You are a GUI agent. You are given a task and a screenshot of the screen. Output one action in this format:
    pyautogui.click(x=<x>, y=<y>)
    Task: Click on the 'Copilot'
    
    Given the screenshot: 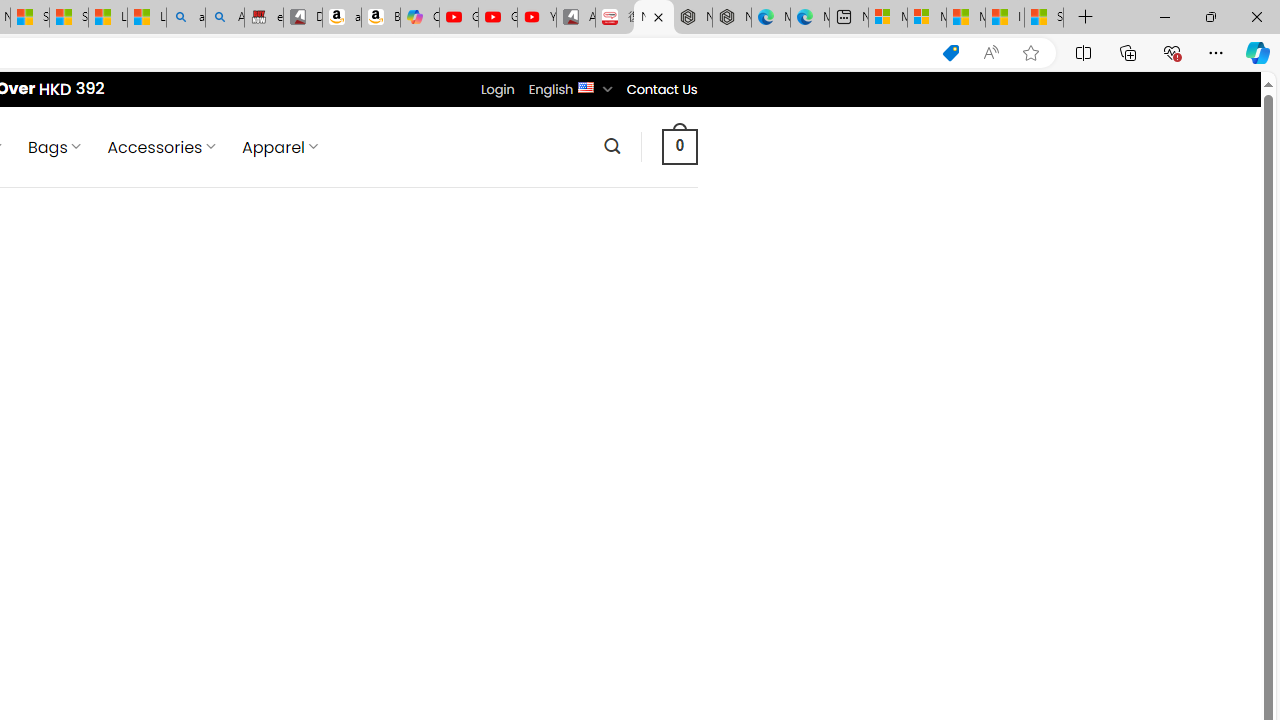 What is the action you would take?
    pyautogui.click(x=418, y=17)
    